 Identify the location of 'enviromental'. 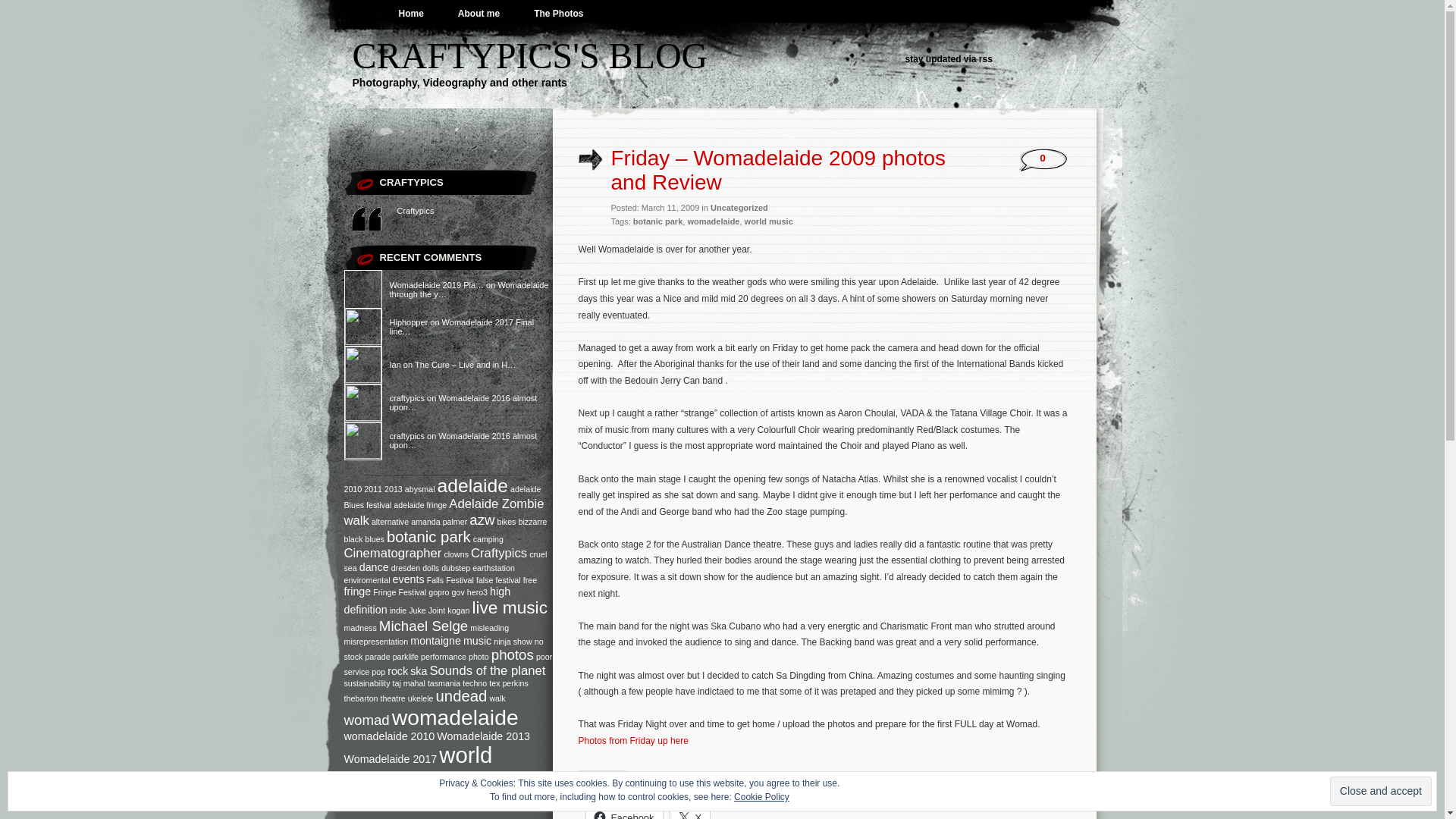
(367, 579).